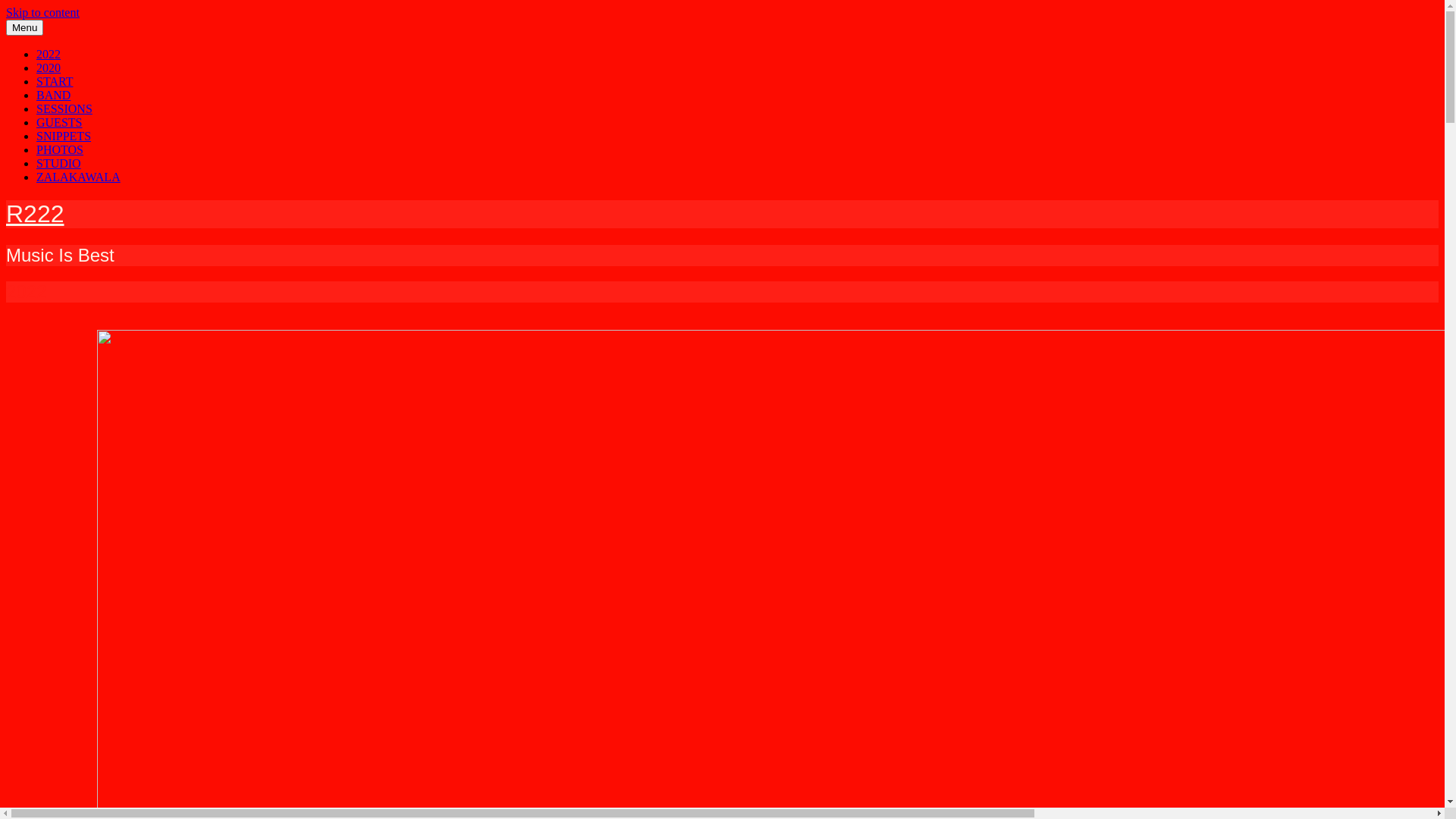 The image size is (1456, 819). What do you see at coordinates (6, 27) in the screenshot?
I see `'Menu'` at bounding box center [6, 27].